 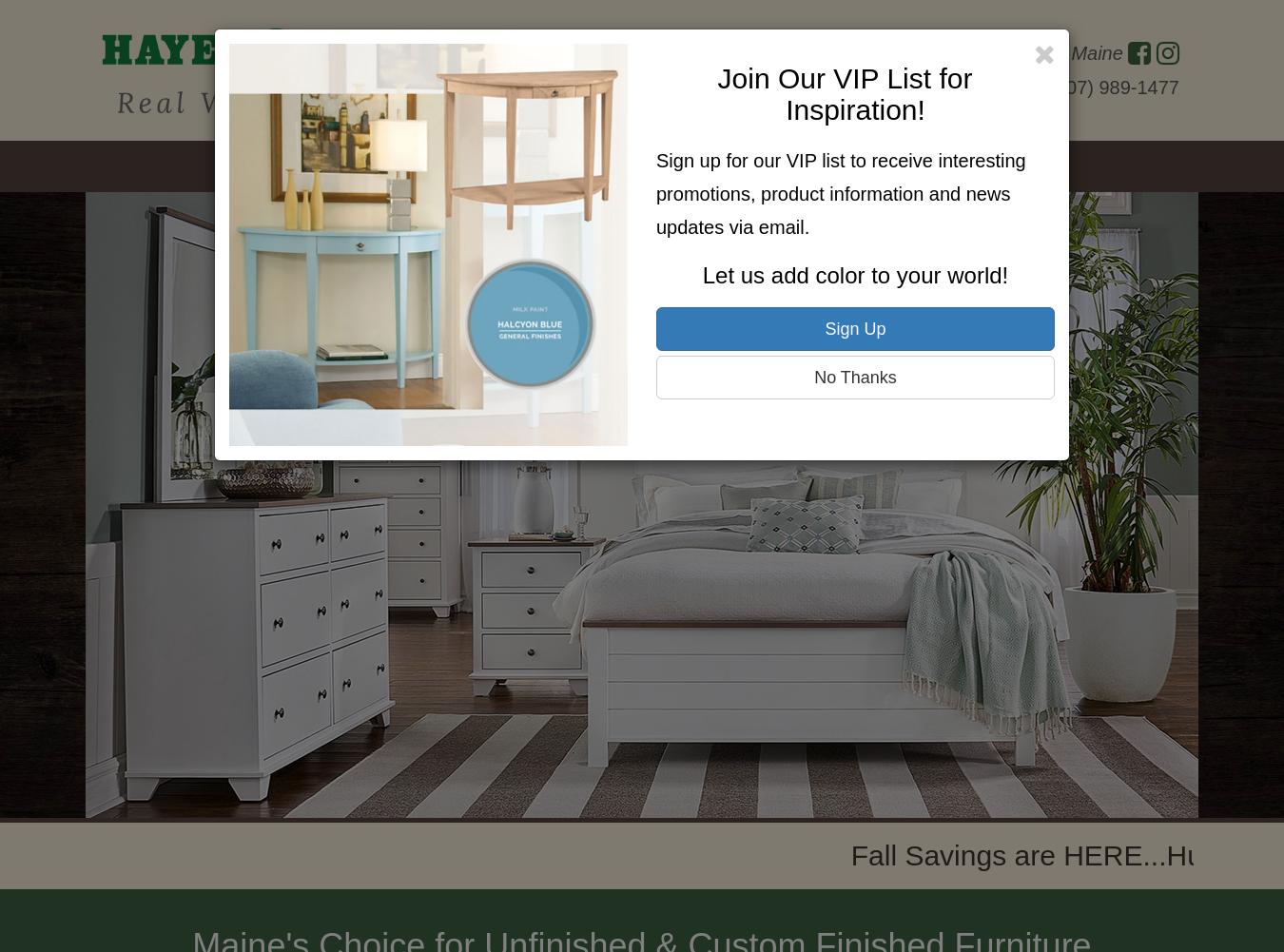 I want to click on 'Showroom', so click(x=513, y=166).